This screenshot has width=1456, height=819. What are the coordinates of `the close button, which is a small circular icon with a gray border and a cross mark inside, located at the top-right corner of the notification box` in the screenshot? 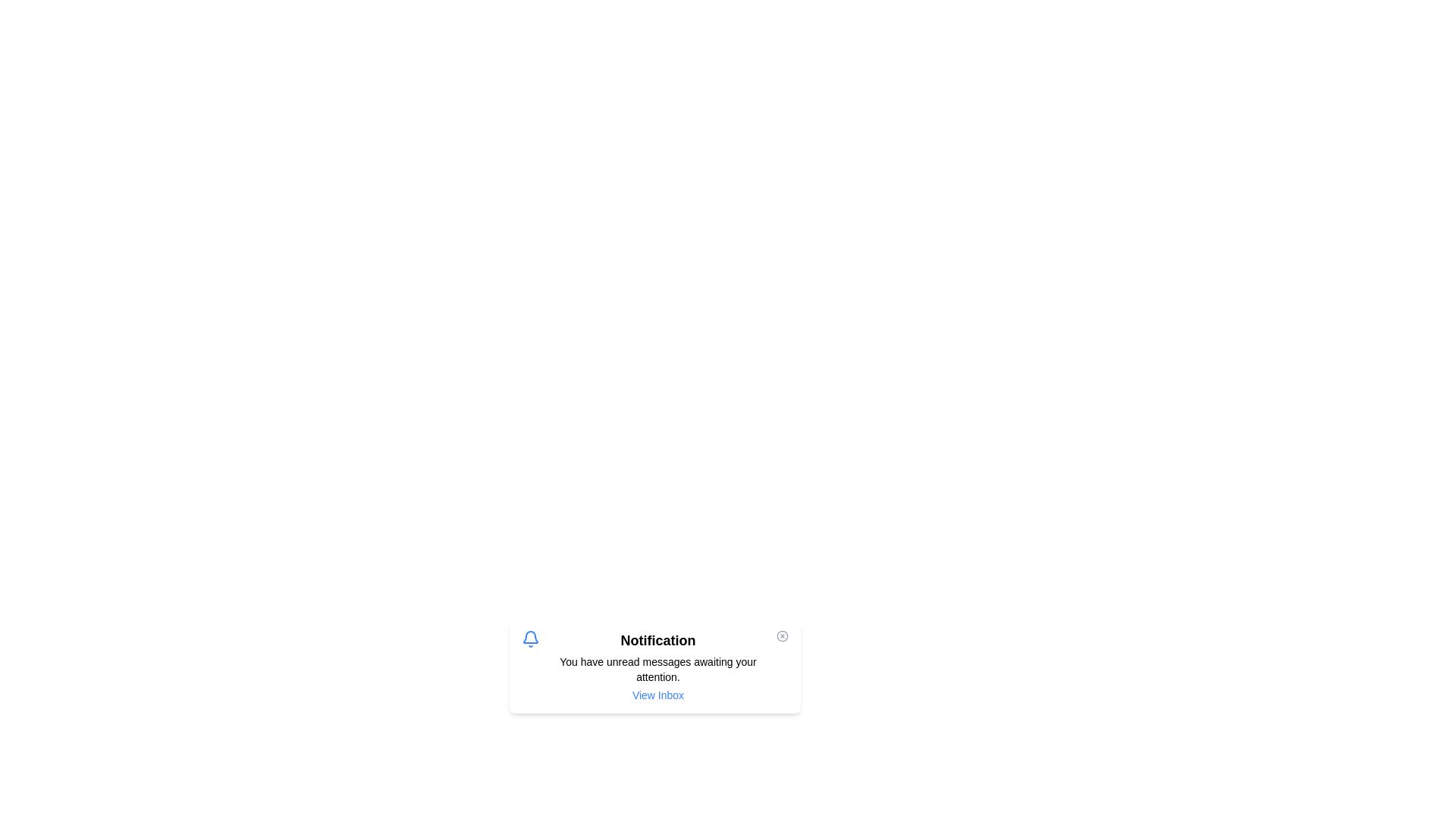 It's located at (783, 636).